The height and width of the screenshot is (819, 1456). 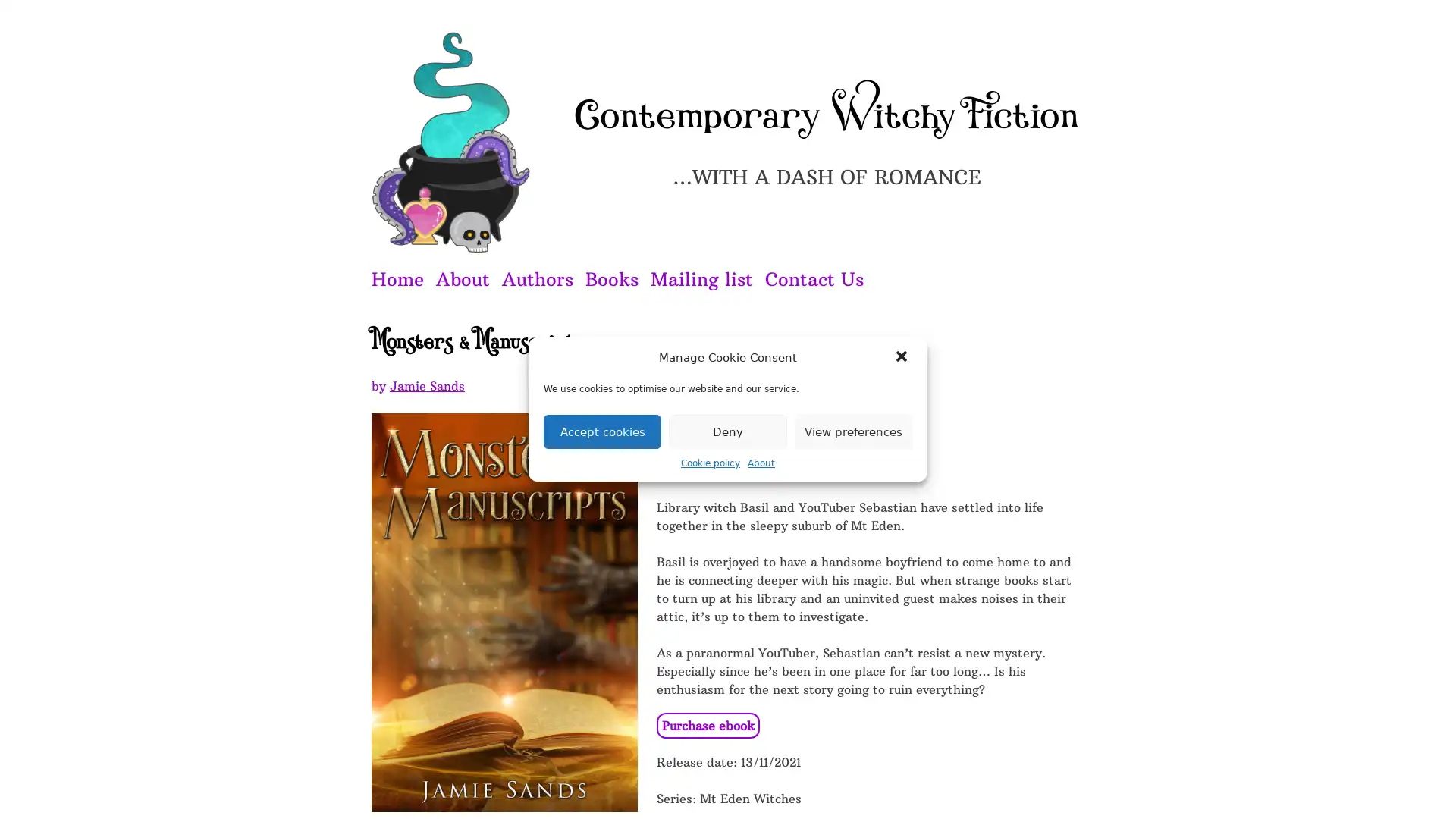 I want to click on Deny, so click(x=726, y=431).